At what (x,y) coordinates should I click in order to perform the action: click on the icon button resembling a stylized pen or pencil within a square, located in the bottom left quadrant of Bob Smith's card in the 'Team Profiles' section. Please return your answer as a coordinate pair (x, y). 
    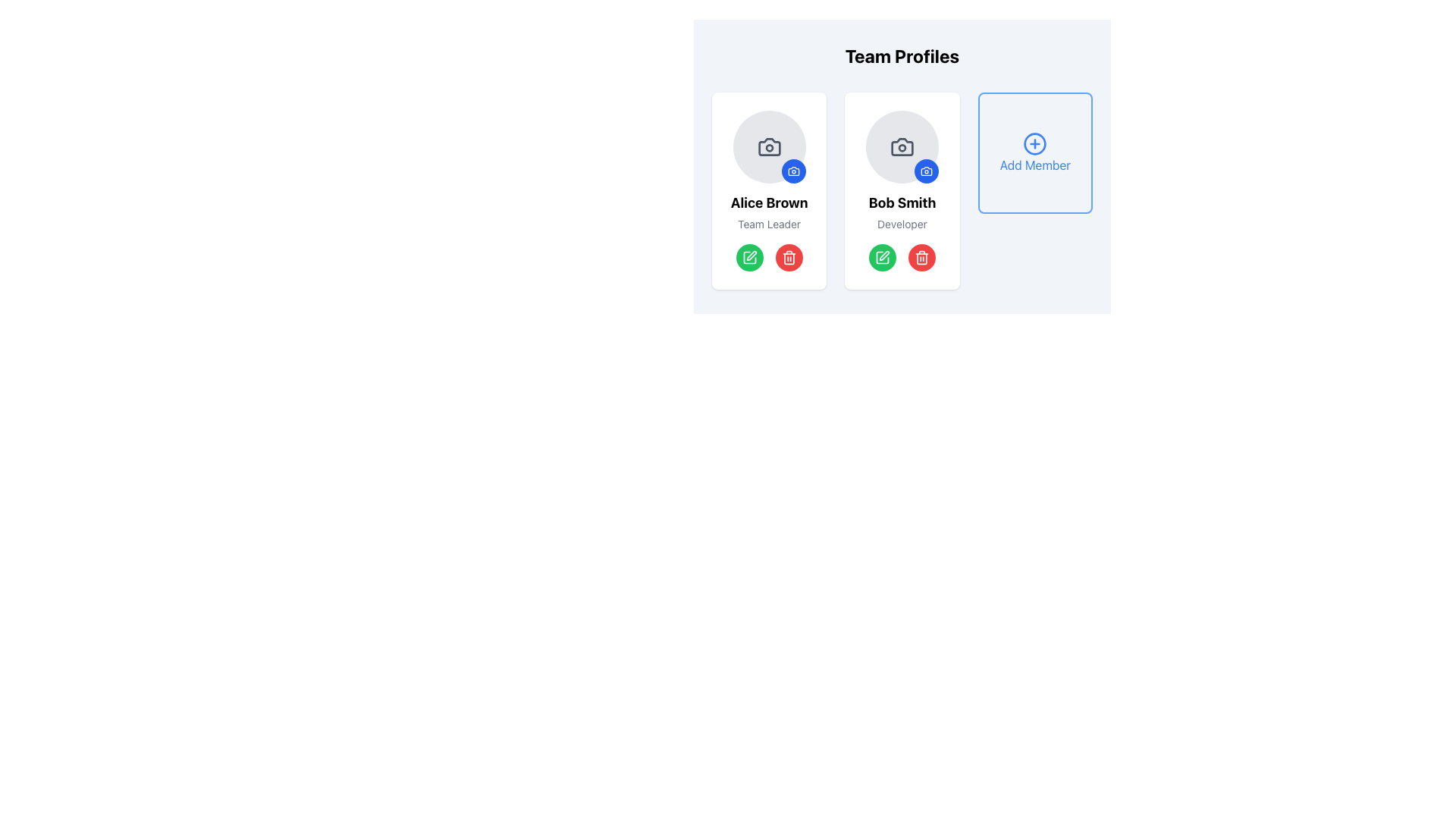
    Looking at the image, I should click on (882, 256).